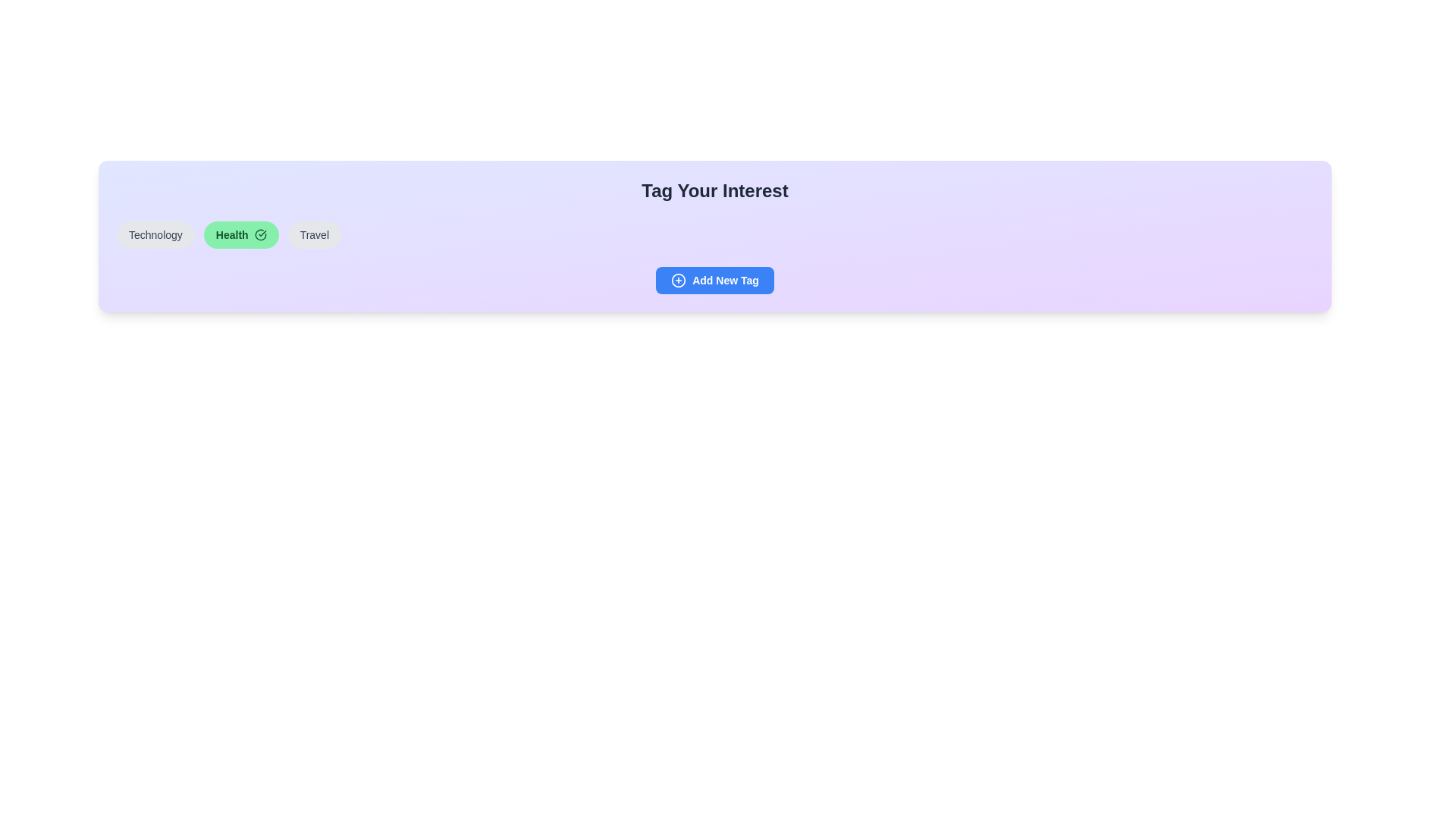 Image resolution: width=1456 pixels, height=819 pixels. Describe the element at coordinates (155, 234) in the screenshot. I see `the pill-shaped button labeled 'Technology'` at that location.